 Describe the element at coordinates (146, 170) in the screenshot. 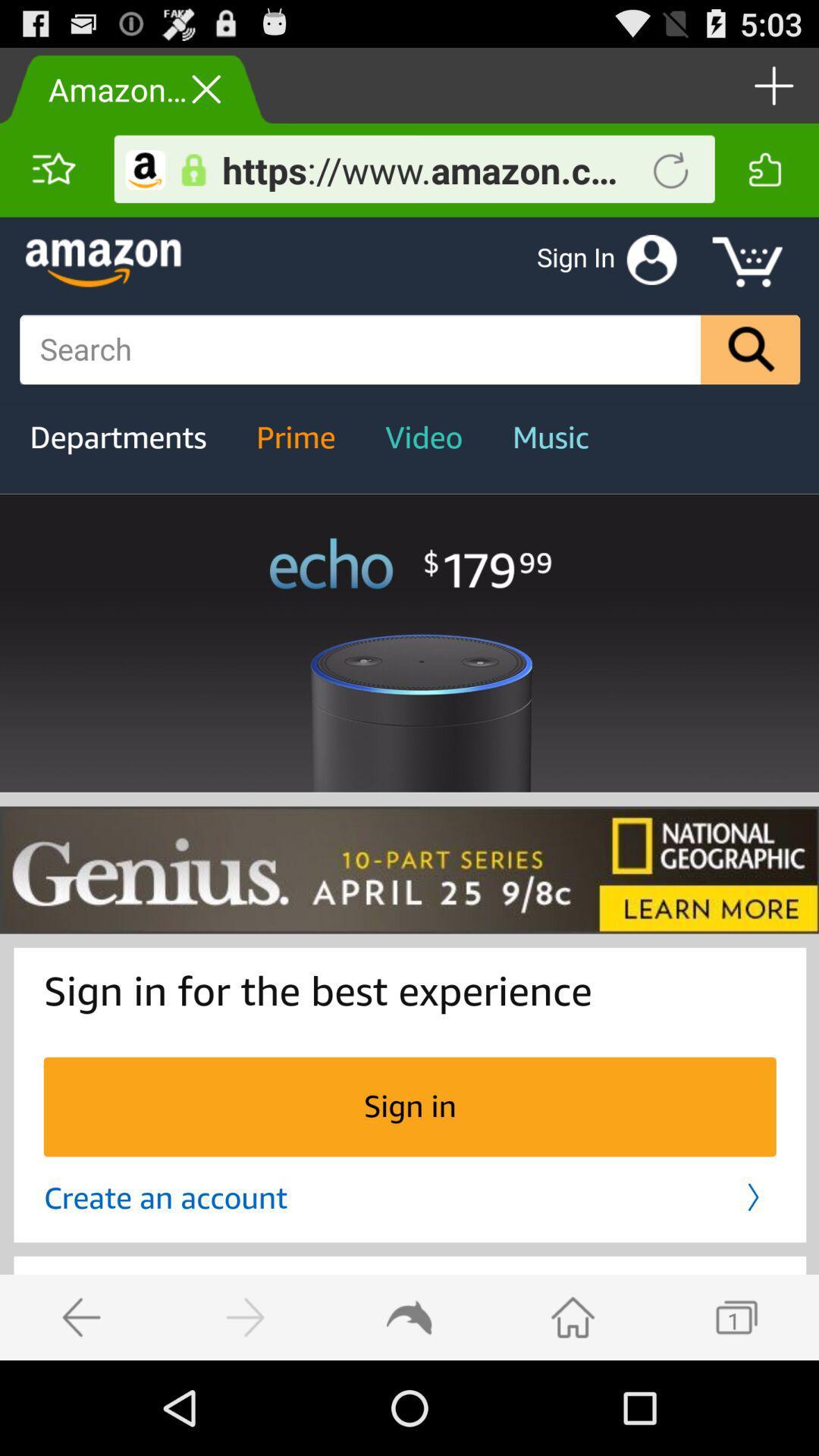

I see `amazon option` at that location.